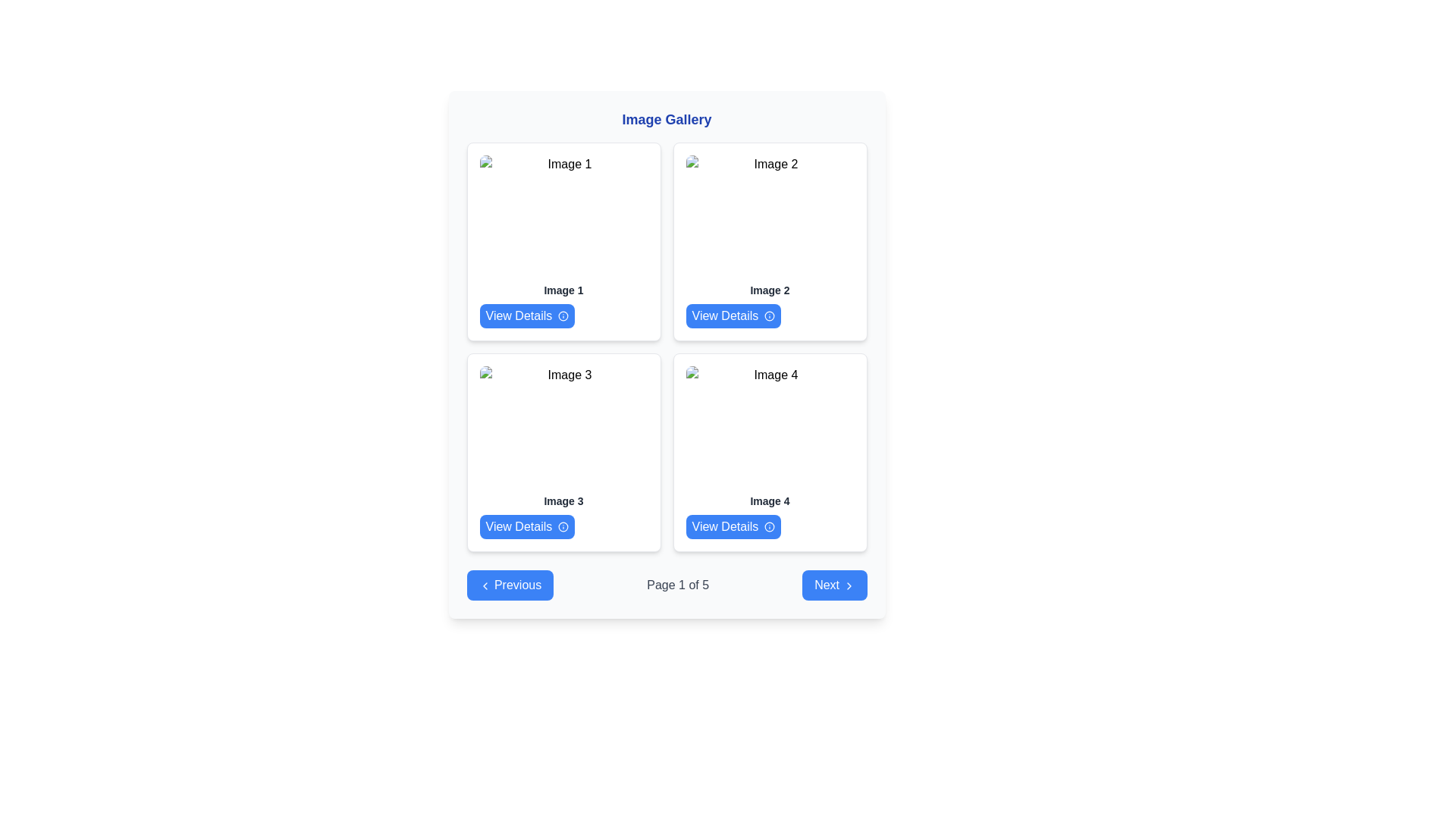 Image resolution: width=1456 pixels, height=819 pixels. Describe the element at coordinates (833, 584) in the screenshot. I see `the blue 'Next' button with rounded corners by navigating` at that location.